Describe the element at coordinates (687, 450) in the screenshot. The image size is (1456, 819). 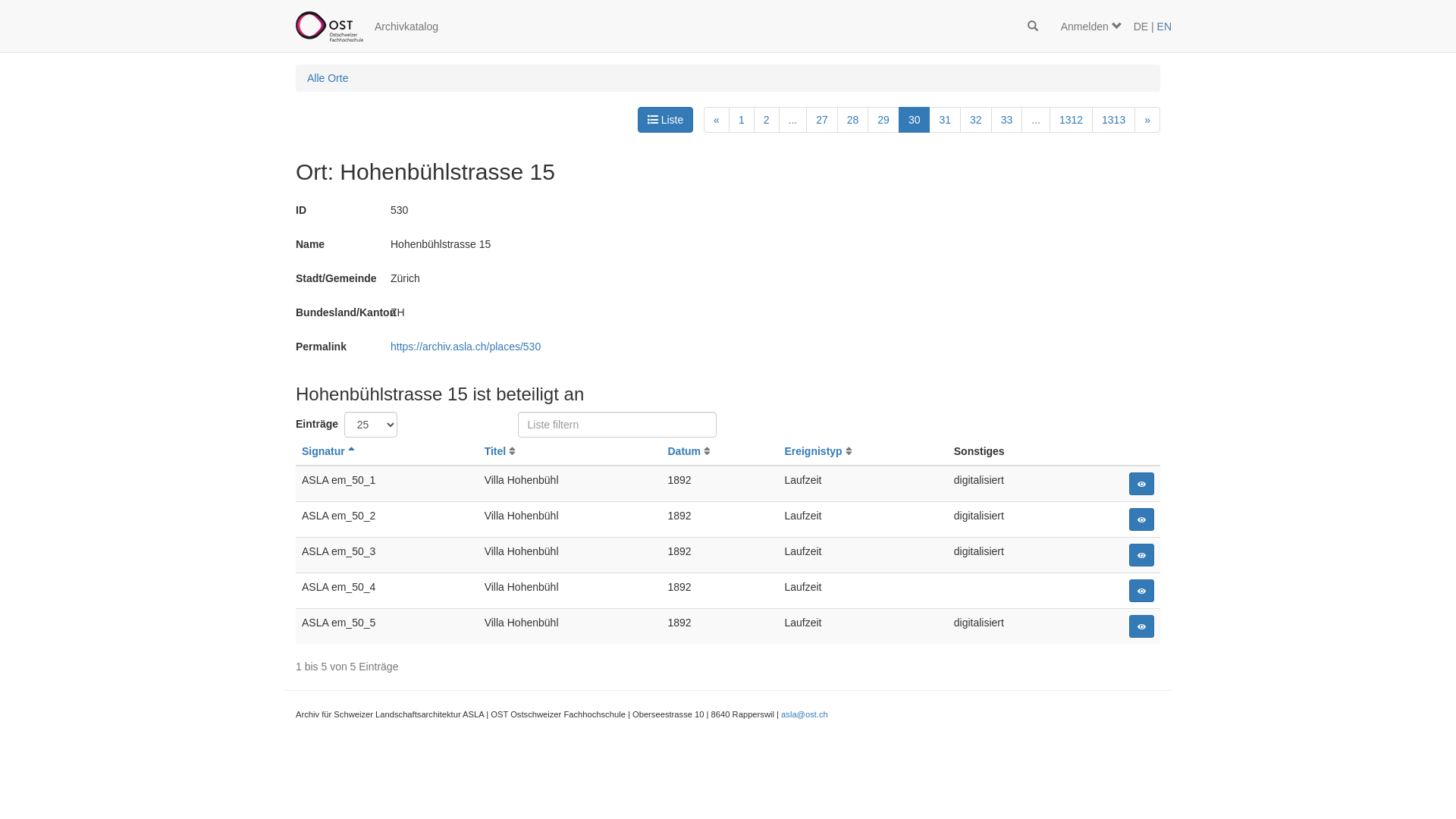
I see `'Datum'` at that location.